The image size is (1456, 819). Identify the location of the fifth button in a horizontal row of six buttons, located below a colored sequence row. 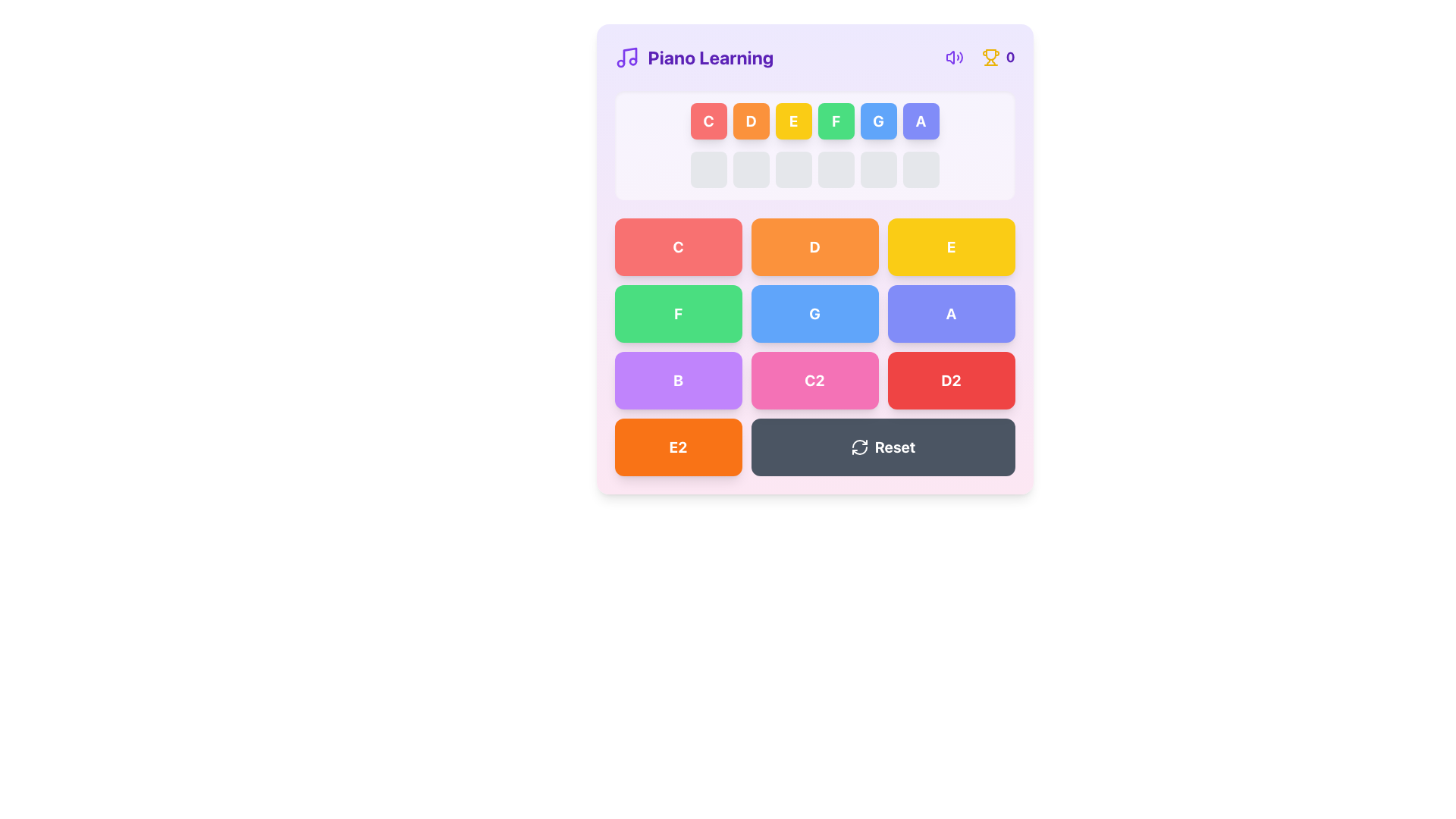
(878, 169).